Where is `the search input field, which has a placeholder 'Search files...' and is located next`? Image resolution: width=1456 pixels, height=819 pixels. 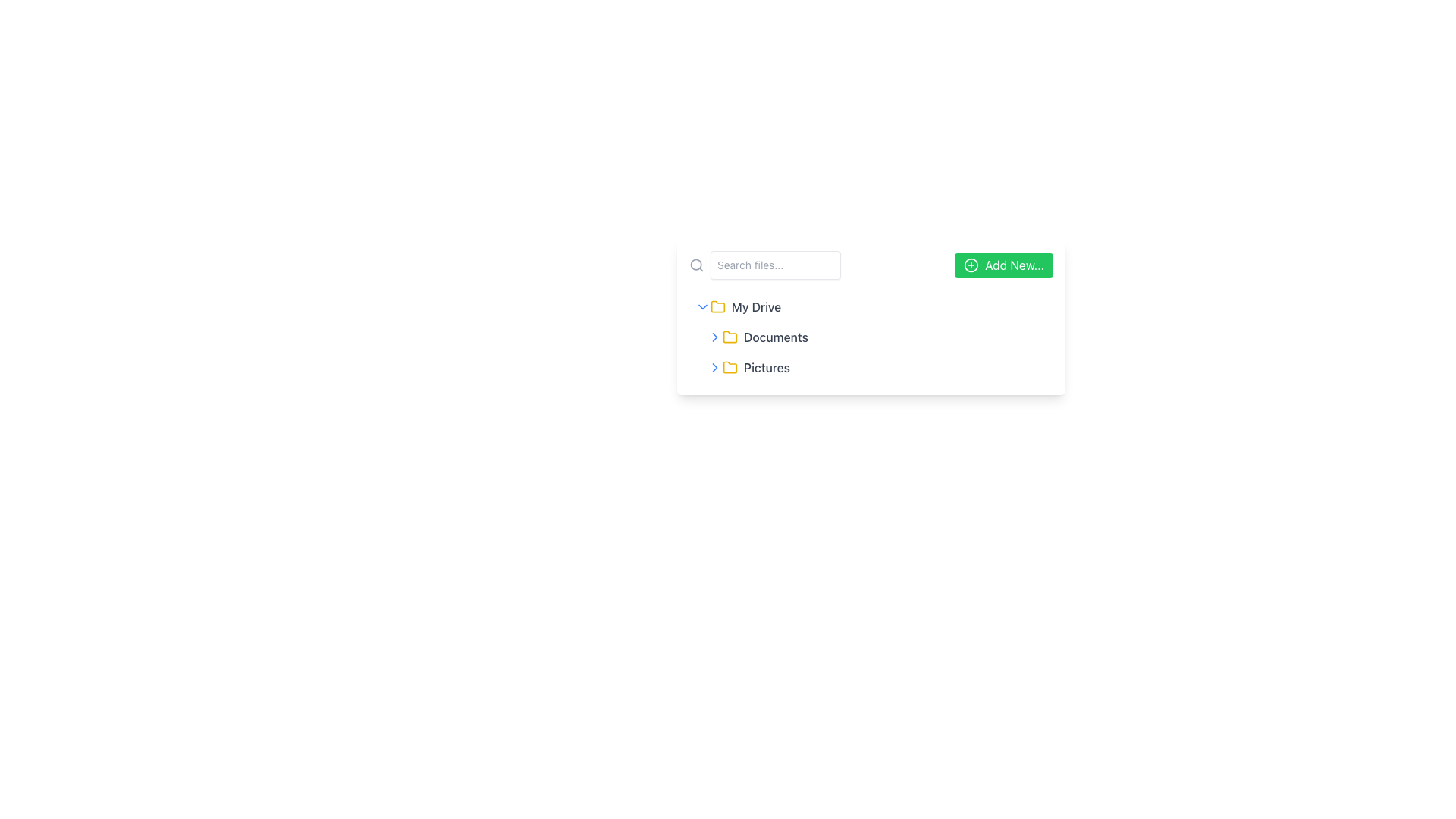 the search input field, which has a placeholder 'Search files...' and is located next is located at coordinates (764, 265).